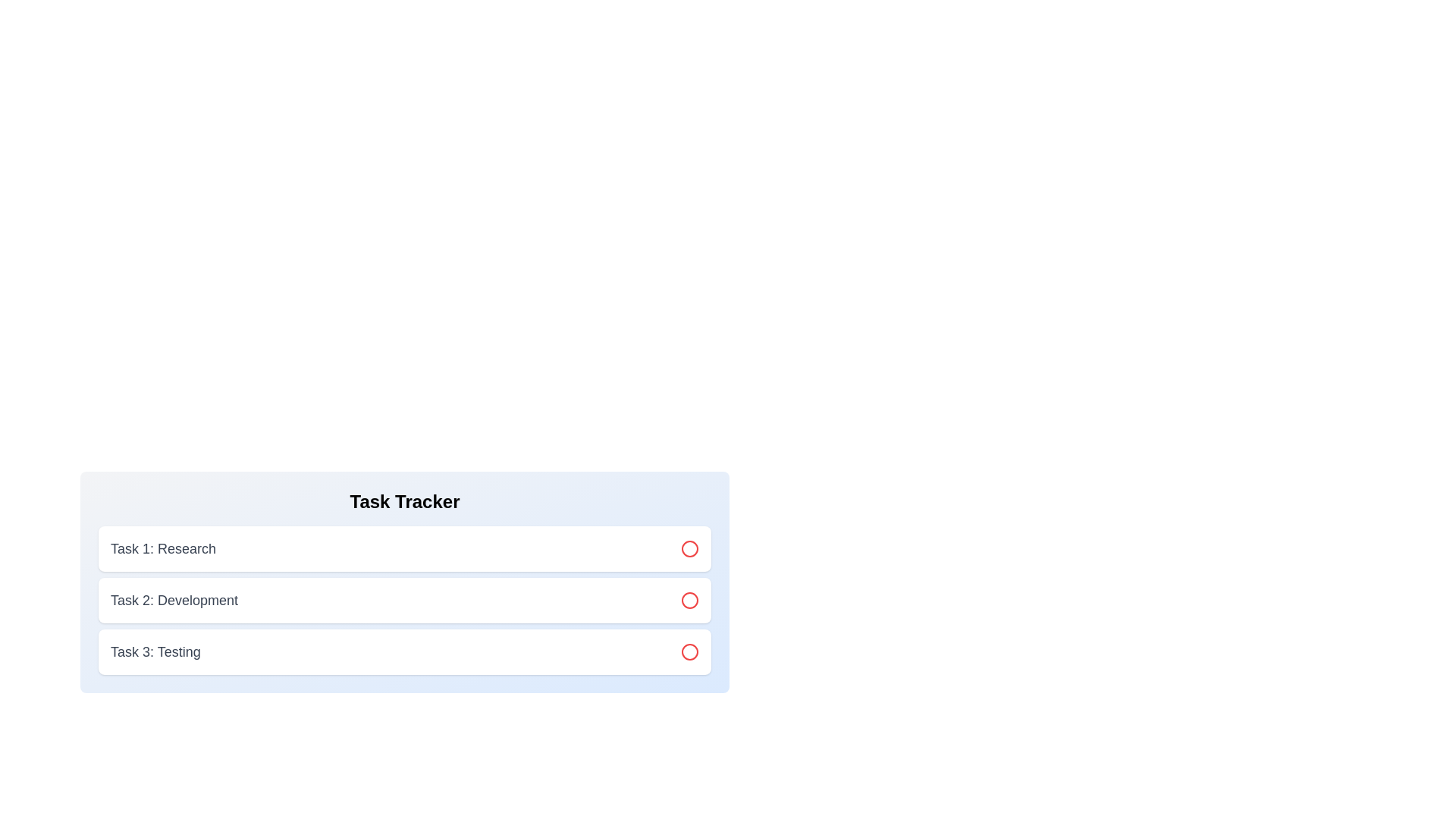 The height and width of the screenshot is (819, 1456). I want to click on the circle icon for task 2 to toggle its status, so click(689, 599).